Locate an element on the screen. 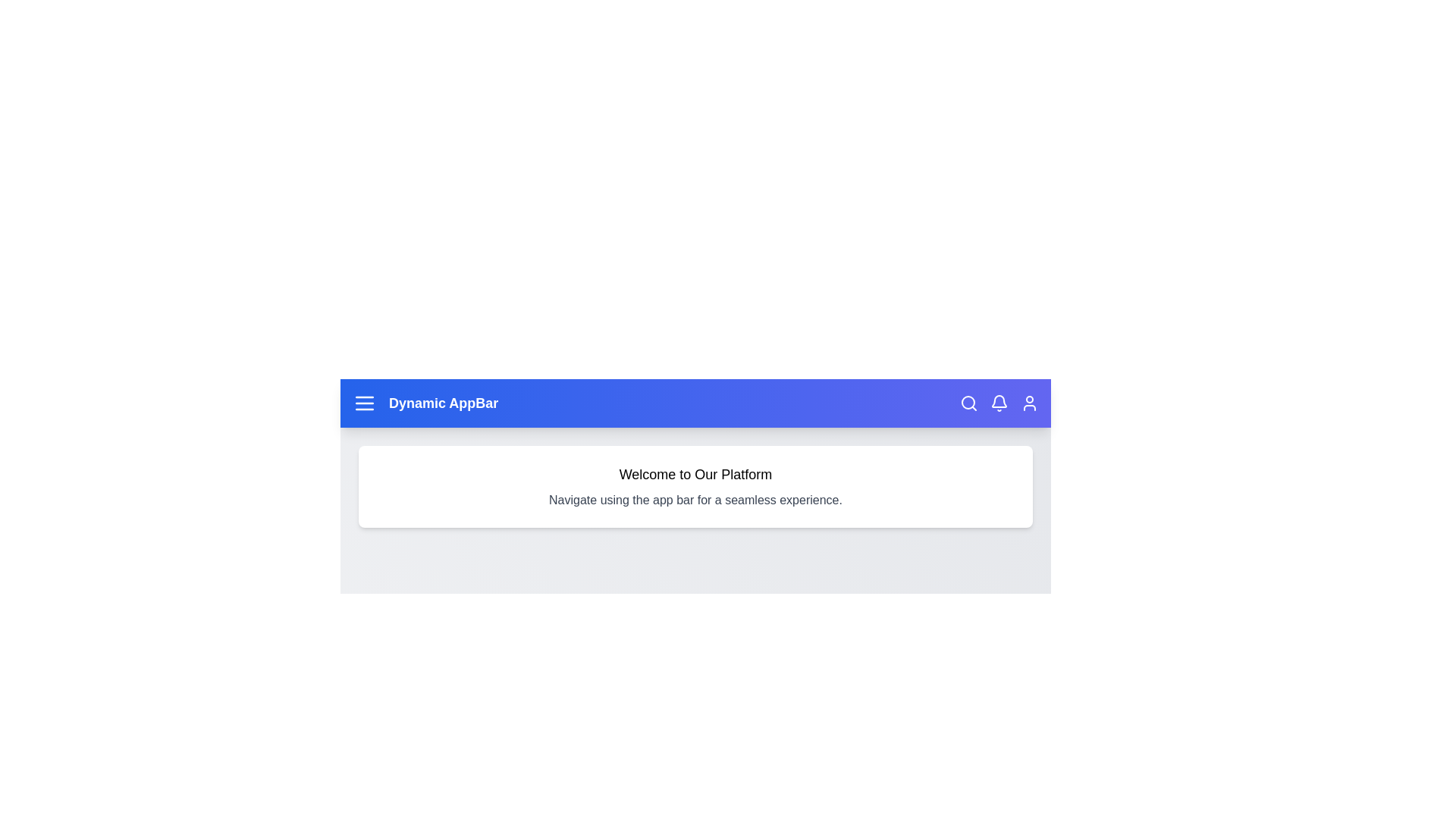 The height and width of the screenshot is (819, 1456). the 'User' icon to interact with it is located at coordinates (1030, 403).